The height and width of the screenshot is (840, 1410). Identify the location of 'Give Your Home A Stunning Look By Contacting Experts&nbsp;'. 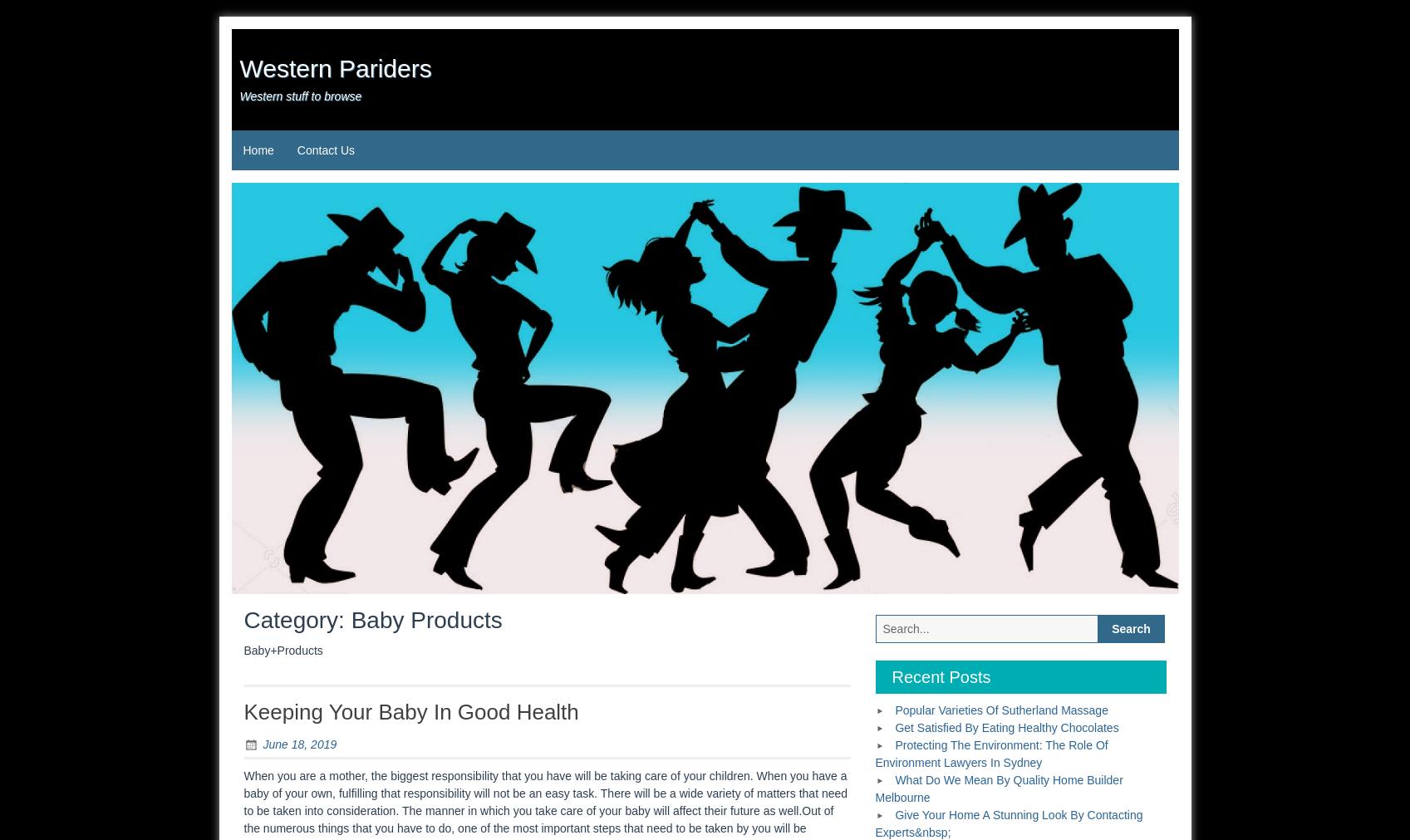
(1008, 823).